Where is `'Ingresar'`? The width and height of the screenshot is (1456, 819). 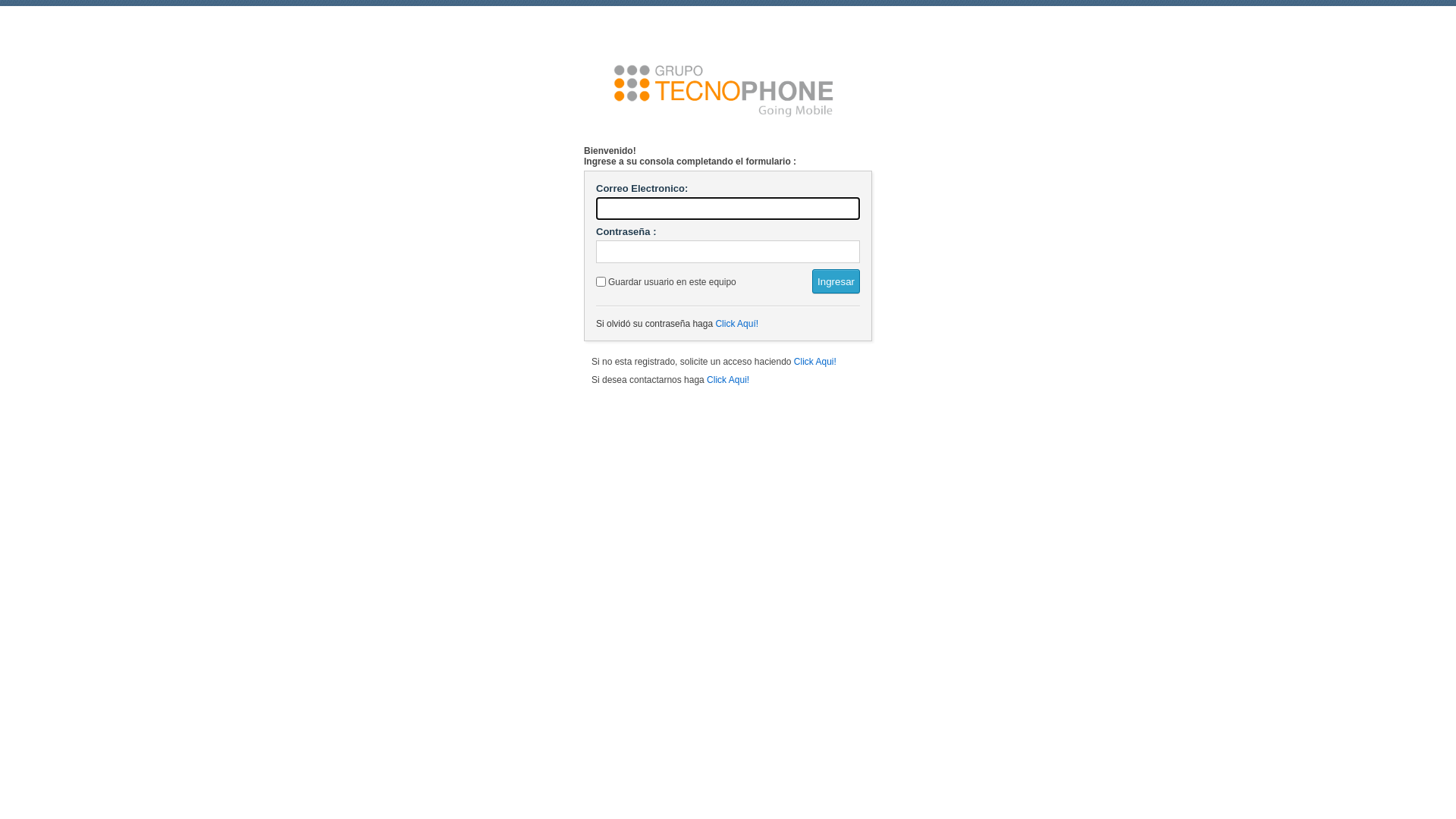
'Ingresar' is located at coordinates (835, 281).